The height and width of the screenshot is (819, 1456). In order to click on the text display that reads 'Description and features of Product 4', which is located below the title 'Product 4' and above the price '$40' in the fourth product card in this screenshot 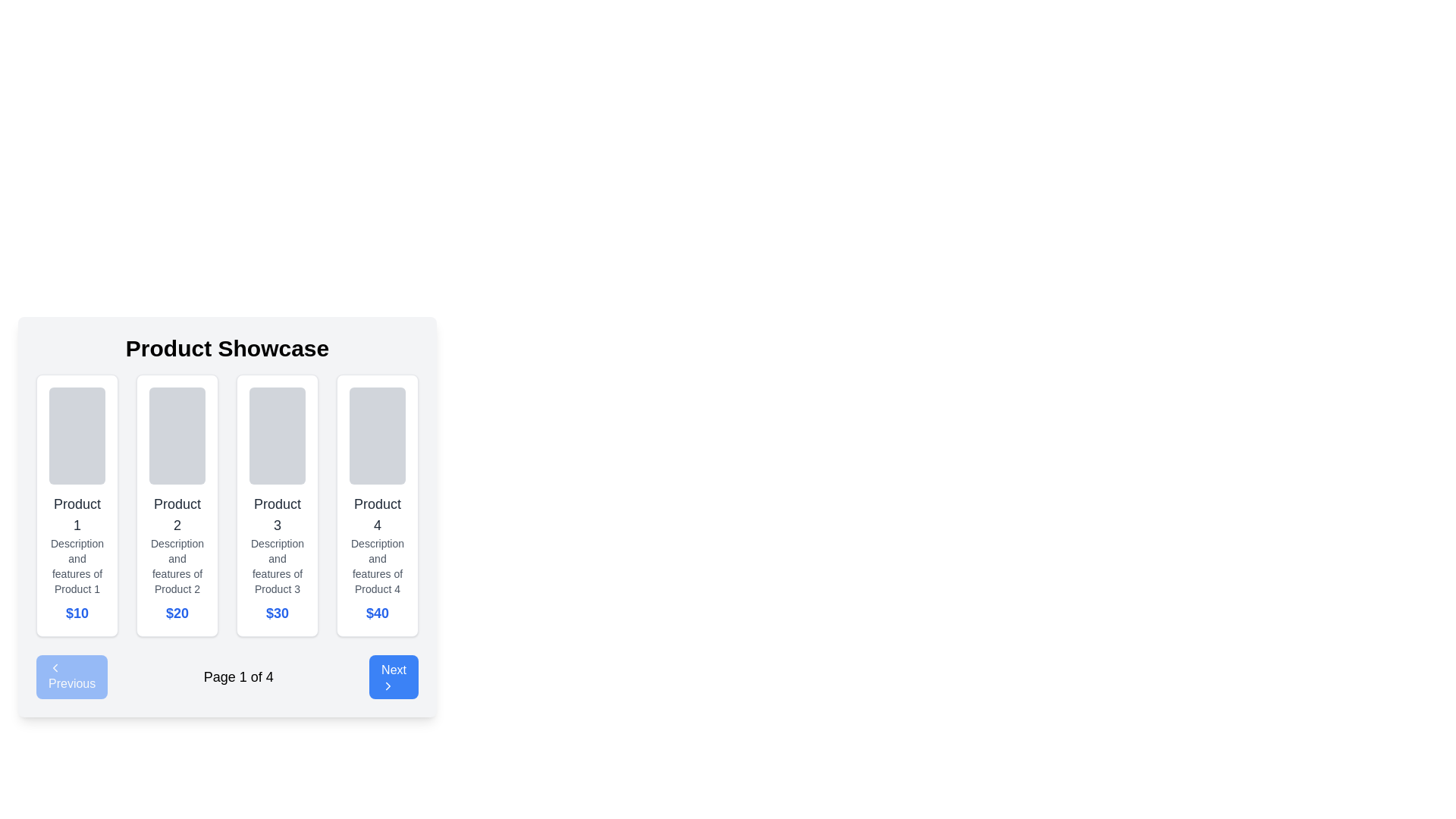, I will do `click(378, 566)`.